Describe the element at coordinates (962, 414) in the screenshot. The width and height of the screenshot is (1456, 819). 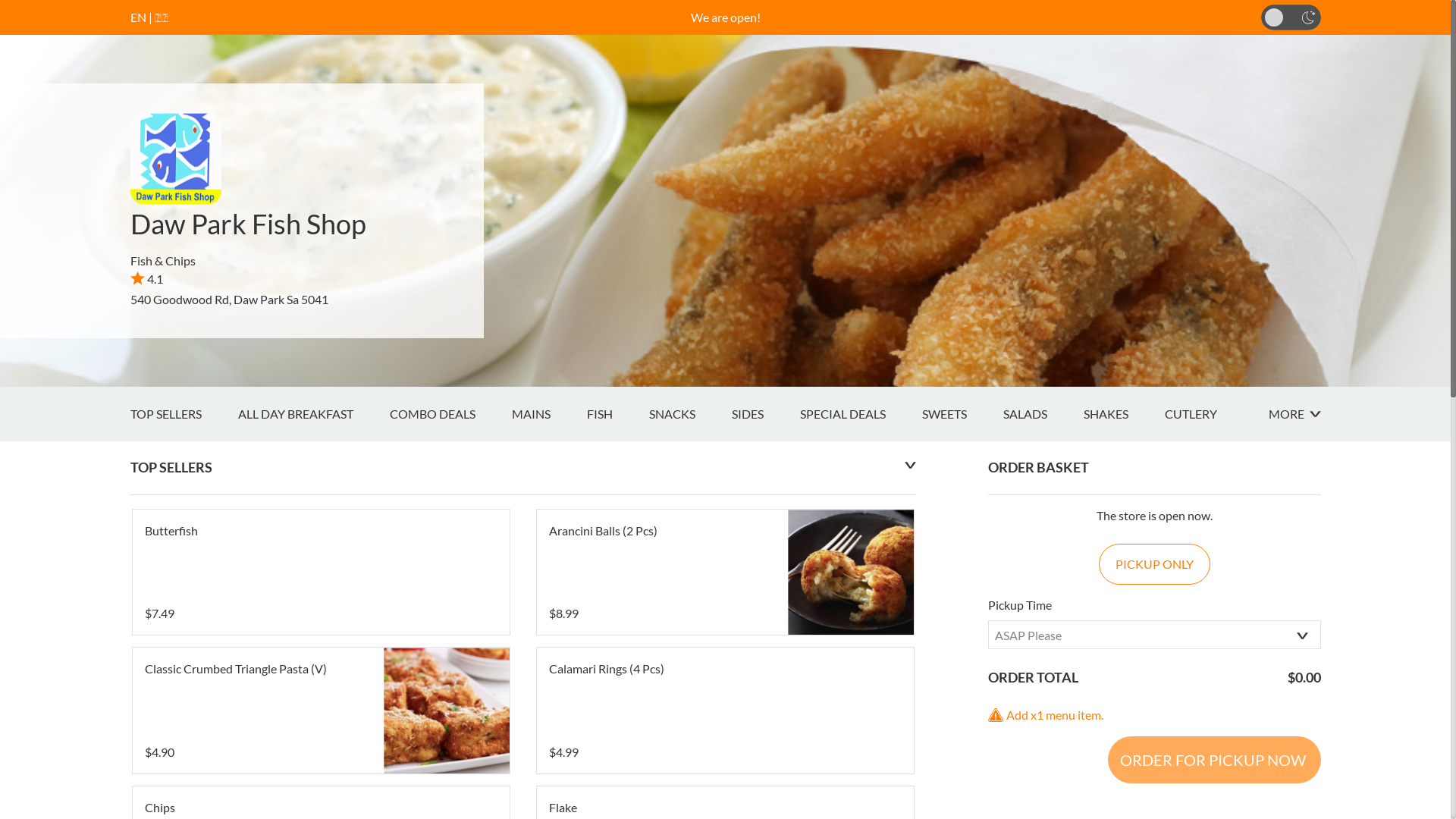
I see `'SWEETS'` at that location.